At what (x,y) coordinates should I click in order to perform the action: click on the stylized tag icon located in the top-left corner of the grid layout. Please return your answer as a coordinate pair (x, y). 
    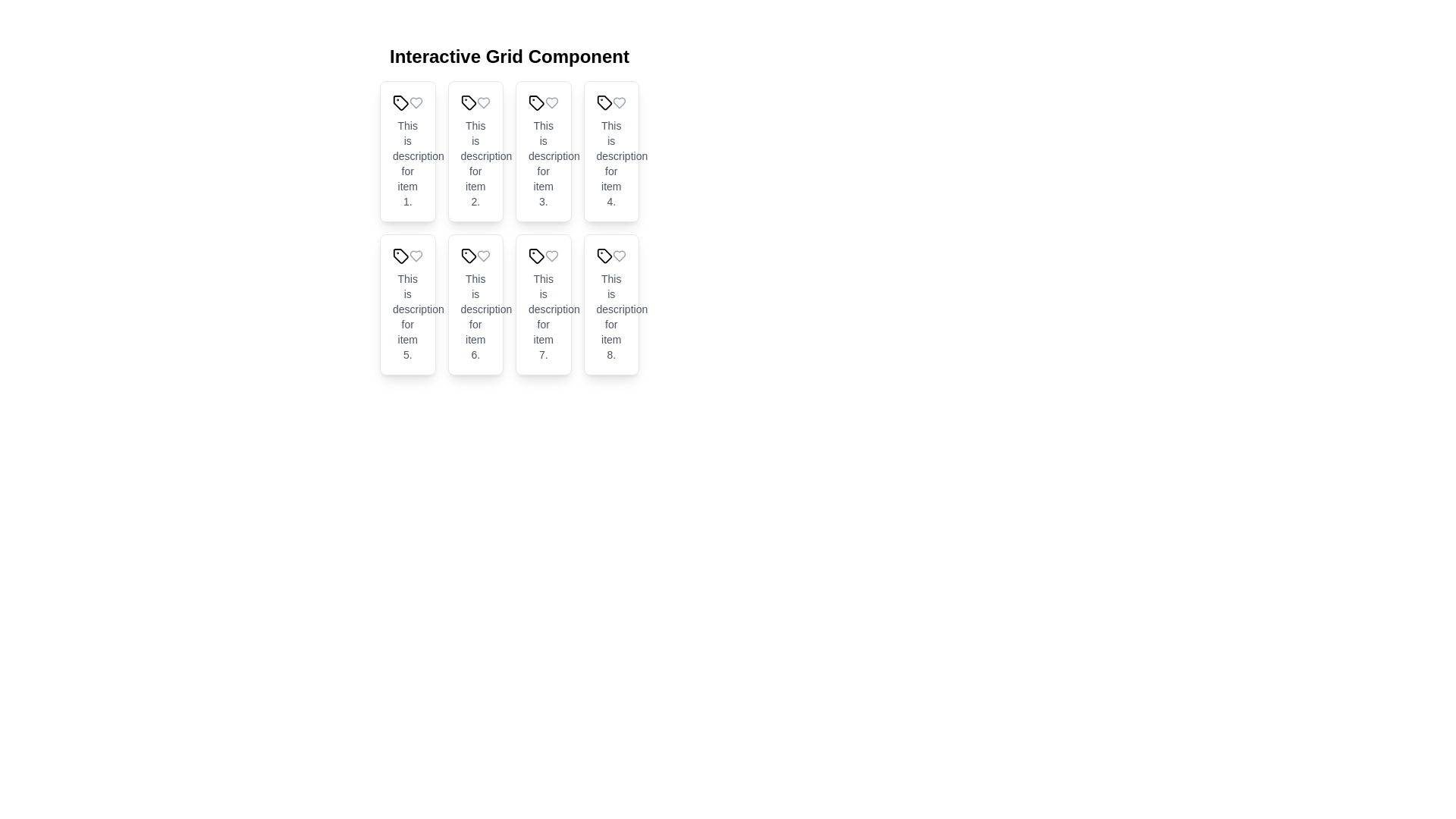
    Looking at the image, I should click on (400, 102).